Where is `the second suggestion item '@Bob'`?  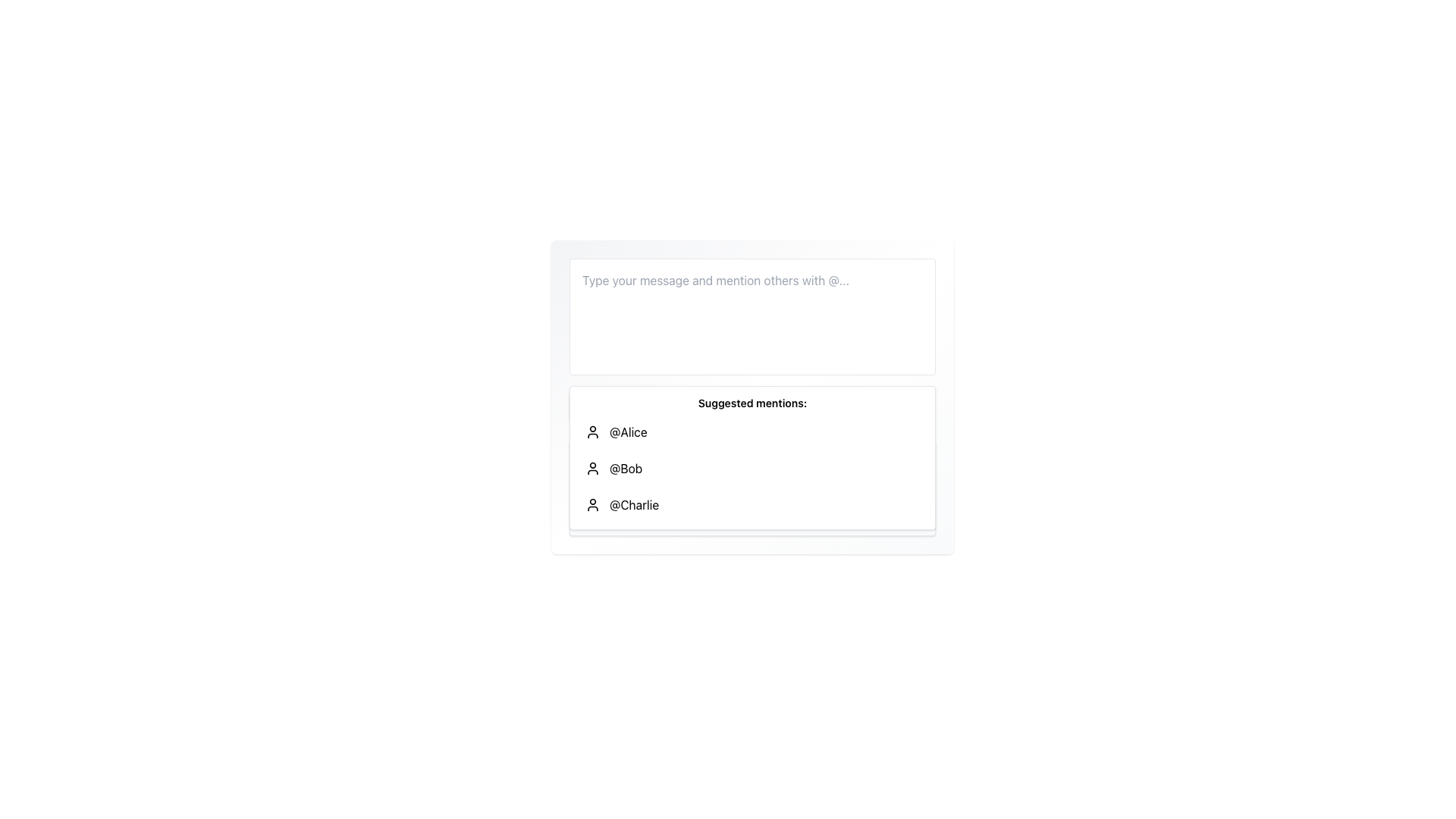
the second suggestion item '@Bob' is located at coordinates (752, 467).